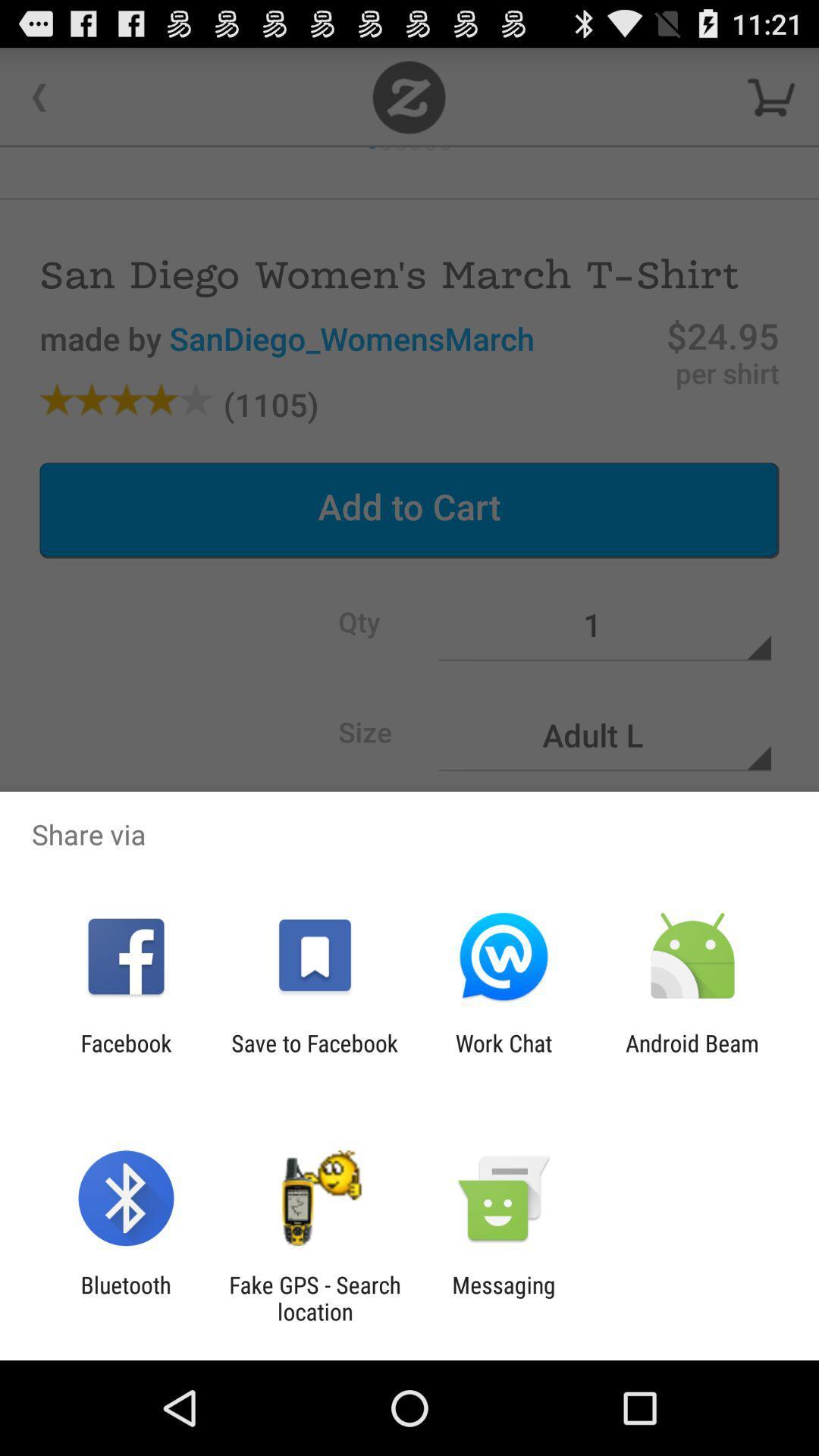  I want to click on save to facebook item, so click(314, 1056).